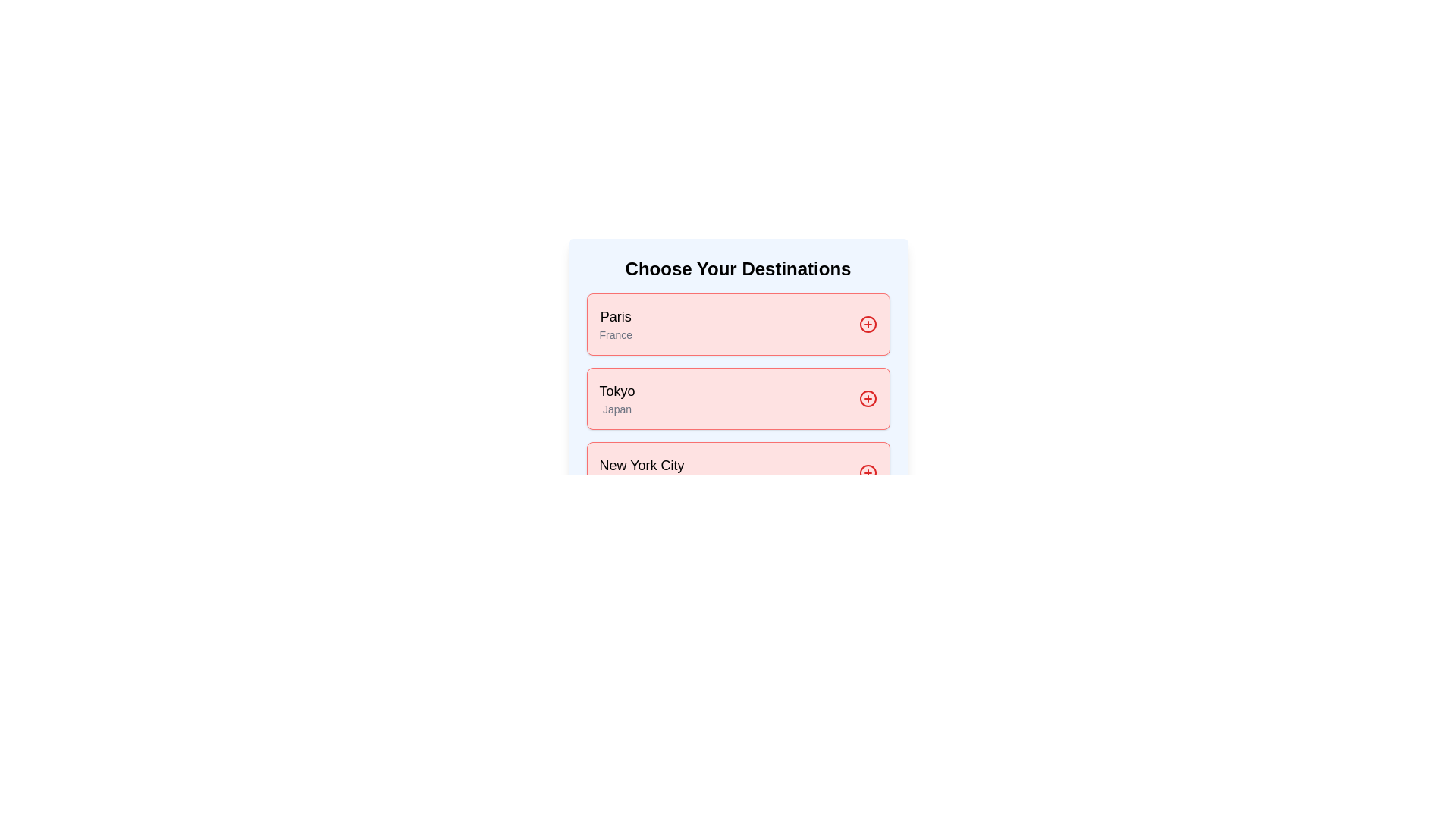 This screenshot has width=1456, height=819. I want to click on the circular icon button with a plus sign, located in the upper-right corner of the card labeled 'Tokyo' and 'Japan', so click(868, 397).